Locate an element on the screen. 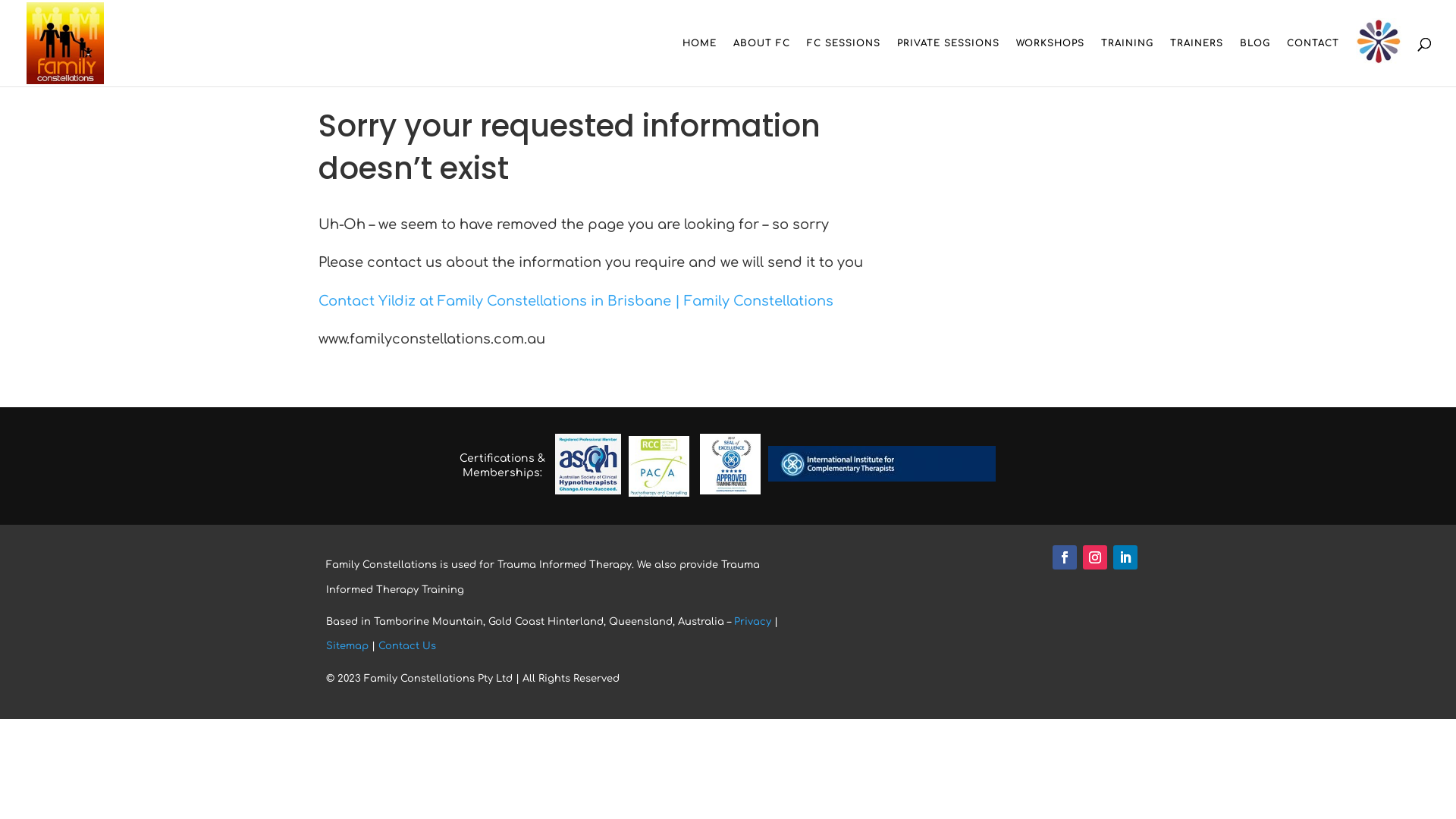 This screenshot has width=1456, height=819. 'WORKSHOPS' is located at coordinates (1015, 61).